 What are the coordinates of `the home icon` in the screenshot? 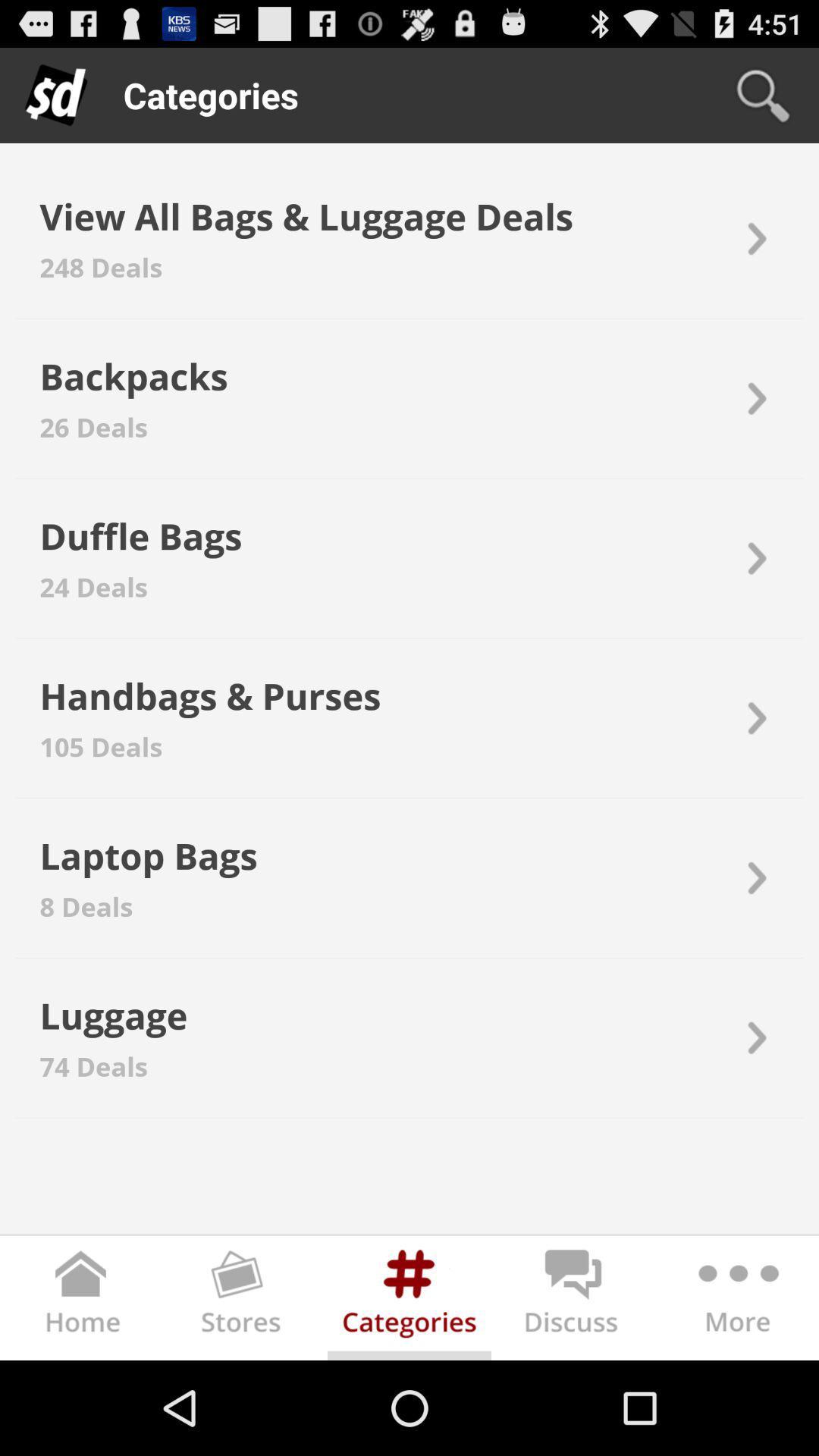 It's located at (82, 1392).